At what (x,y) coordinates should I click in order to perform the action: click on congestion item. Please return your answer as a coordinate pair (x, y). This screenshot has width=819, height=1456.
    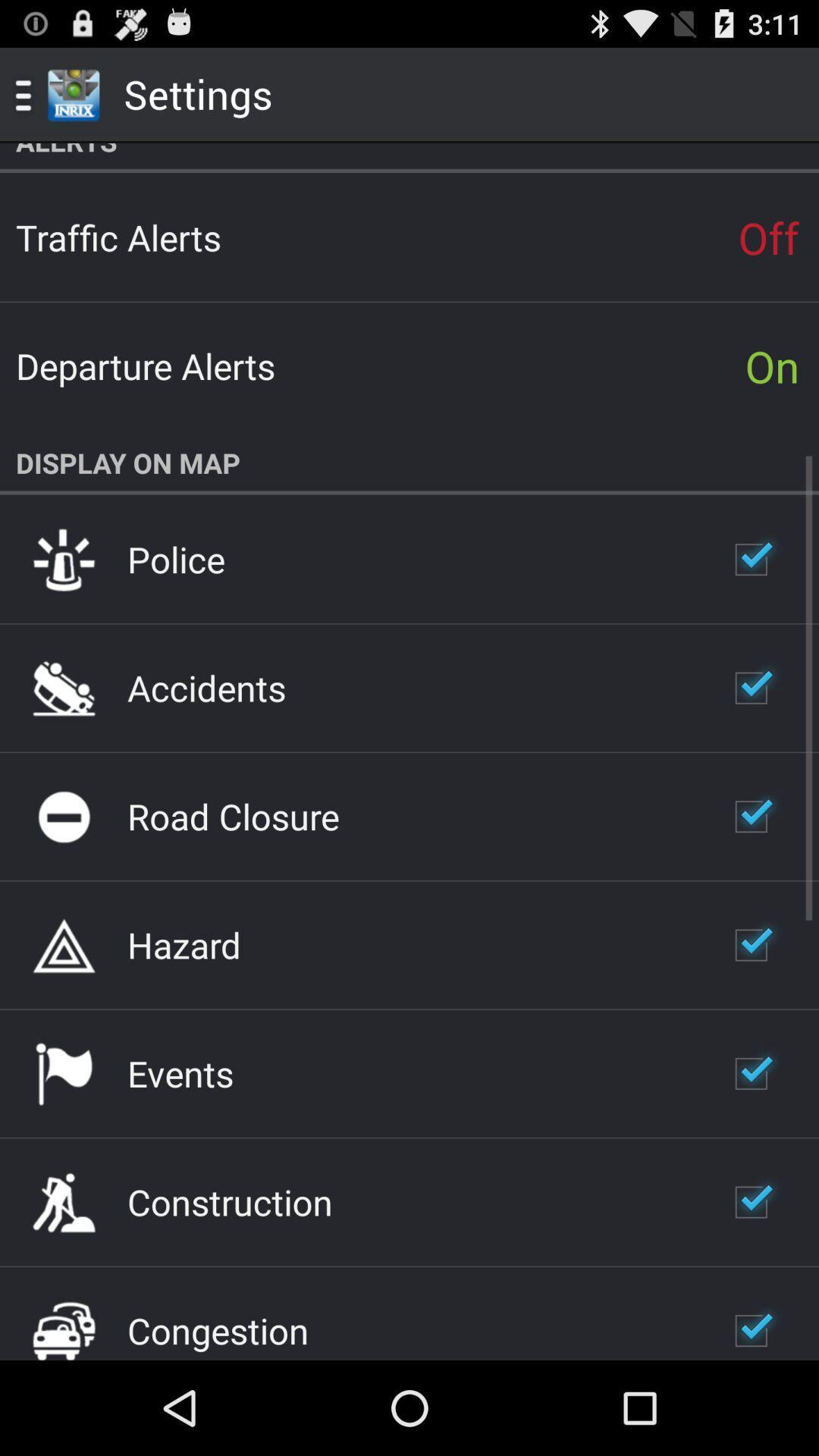
    Looking at the image, I should click on (218, 1329).